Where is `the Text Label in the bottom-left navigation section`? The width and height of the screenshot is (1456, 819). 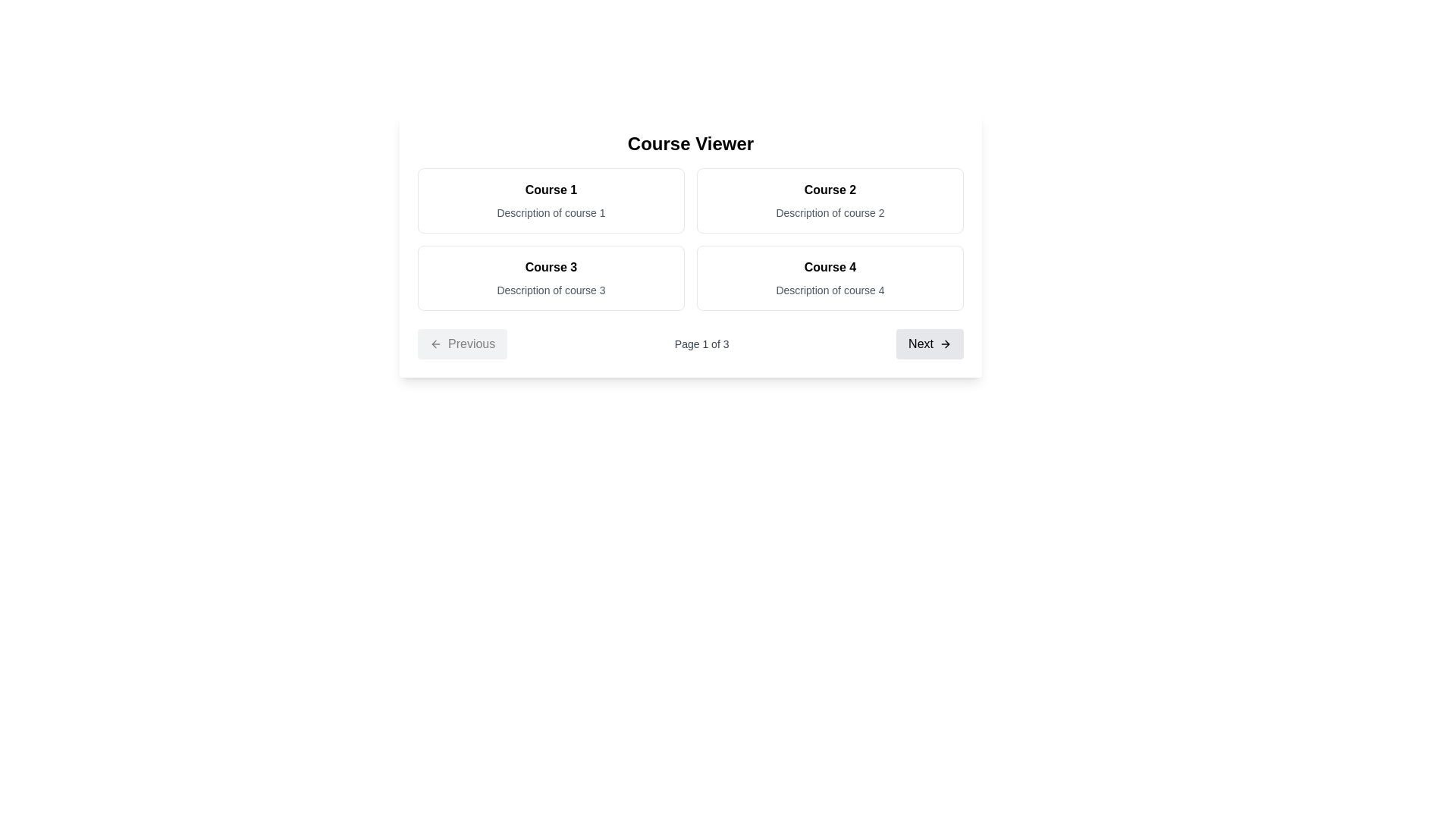 the Text Label in the bottom-left navigation section is located at coordinates (471, 344).